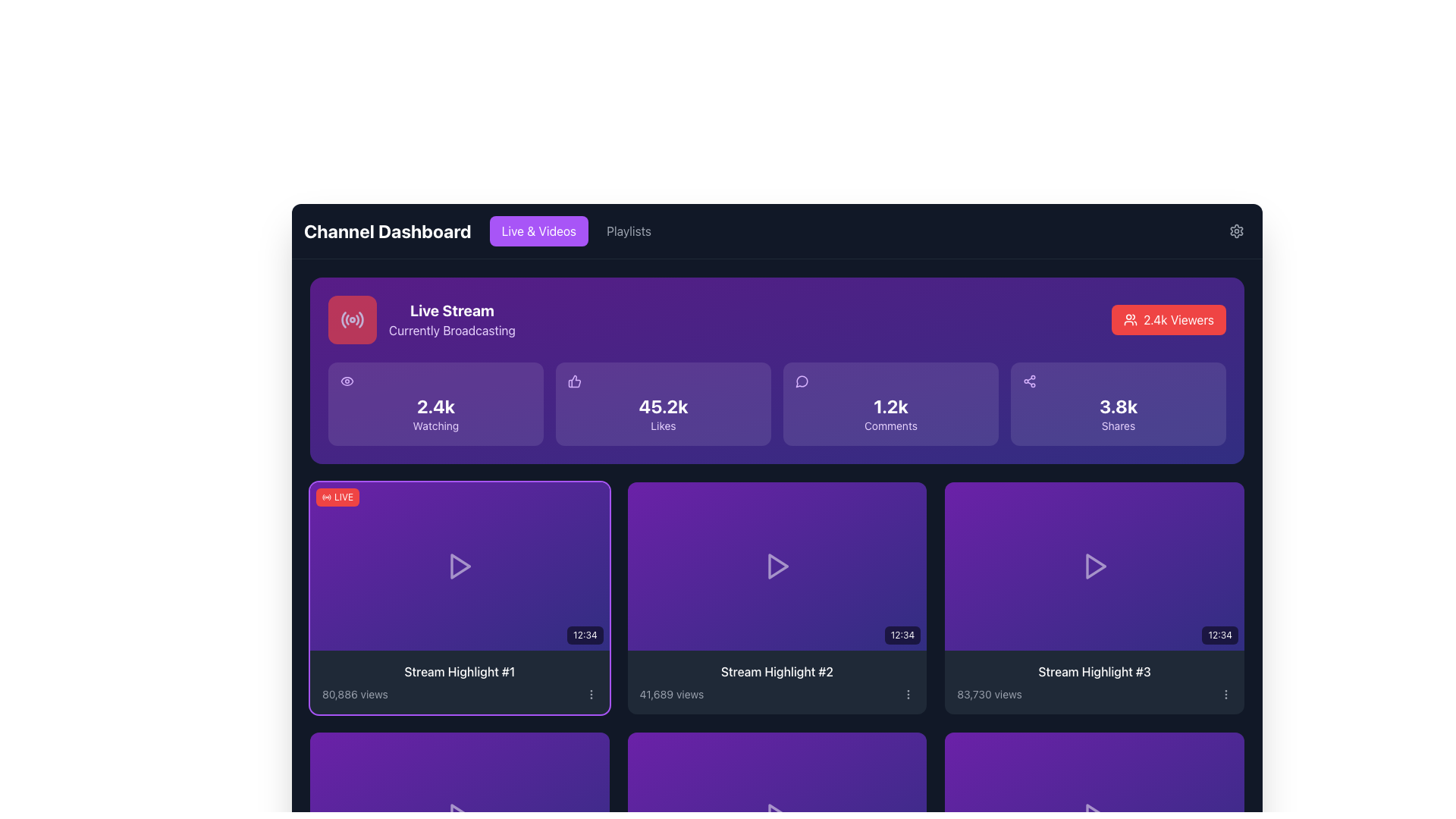 This screenshot has height=819, width=1456. Describe the element at coordinates (663, 406) in the screenshot. I see `the bold text display element showing '45.2k'` at that location.